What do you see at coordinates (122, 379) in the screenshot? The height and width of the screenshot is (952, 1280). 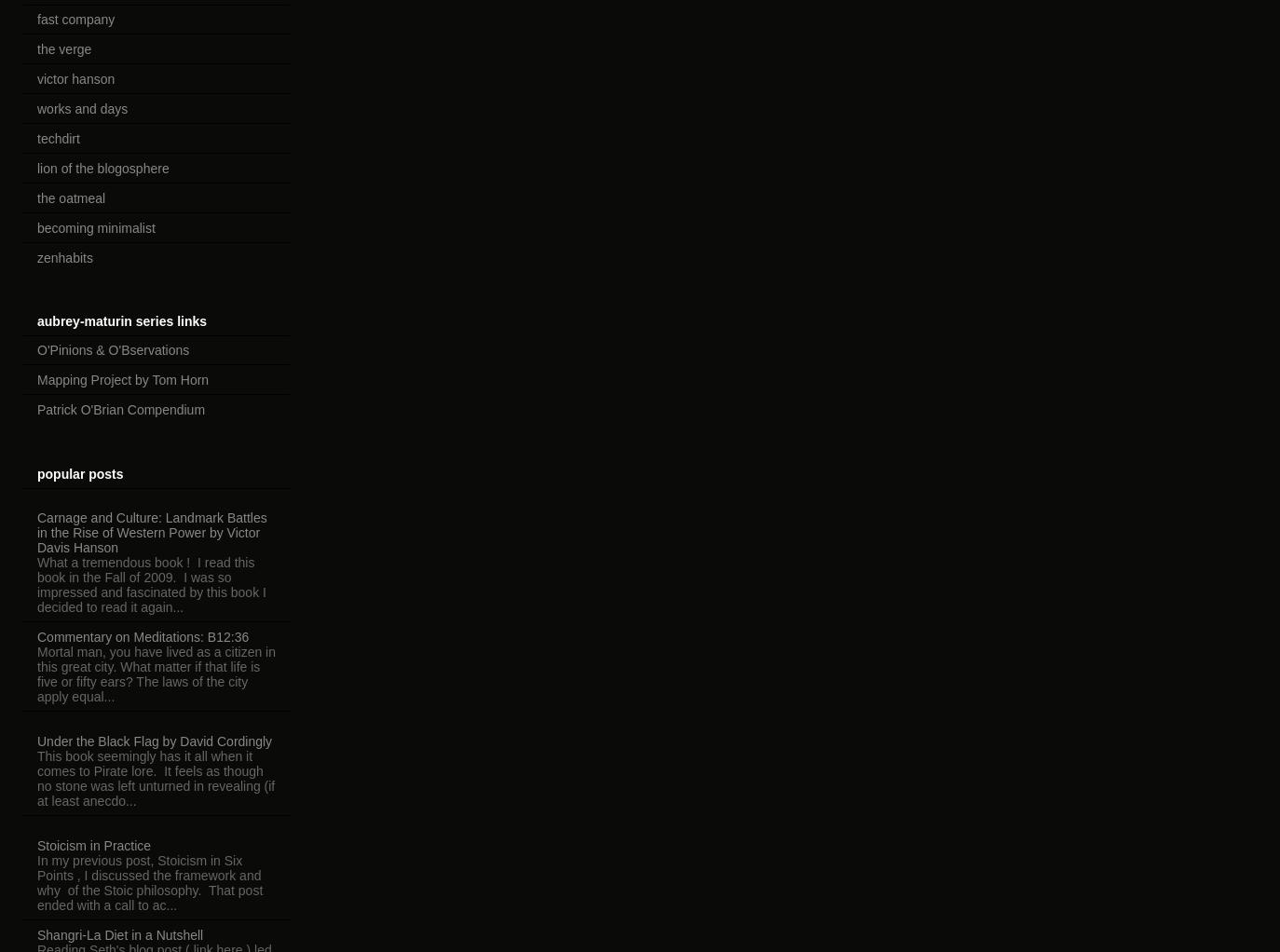 I see `'Mapping Project by Tom Horn'` at bounding box center [122, 379].